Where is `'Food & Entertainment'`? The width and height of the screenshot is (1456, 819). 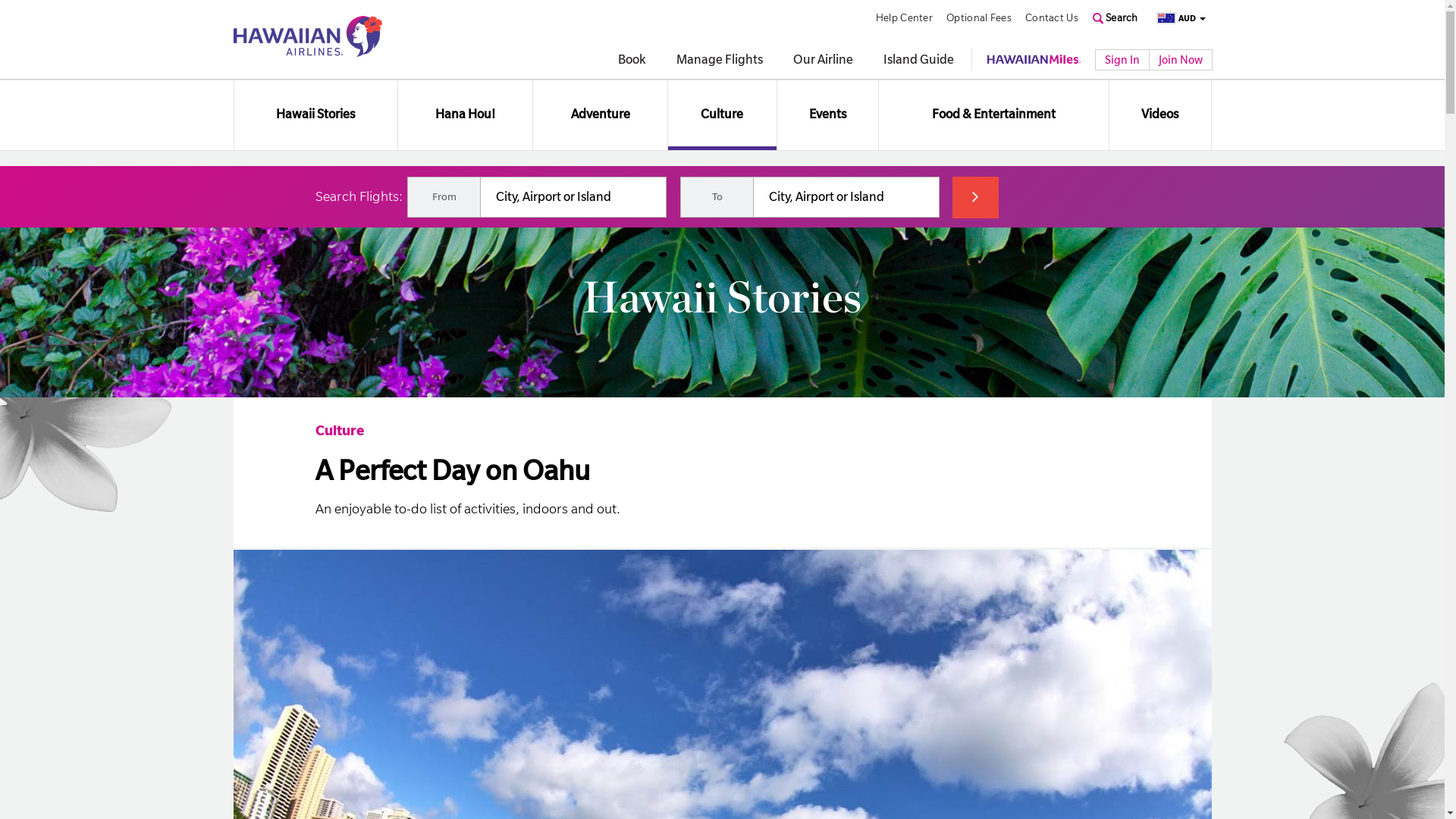
'Food & Entertainment' is located at coordinates (993, 114).